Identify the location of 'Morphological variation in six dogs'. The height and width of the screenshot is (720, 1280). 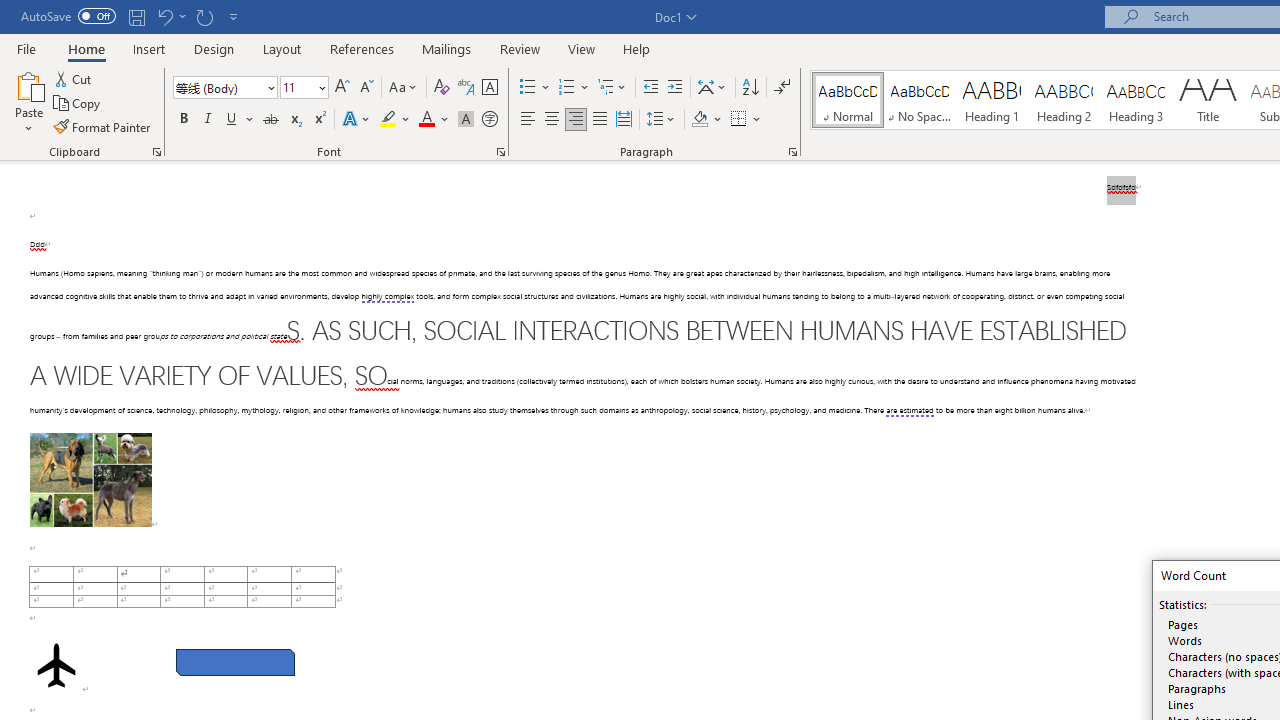
(89, 479).